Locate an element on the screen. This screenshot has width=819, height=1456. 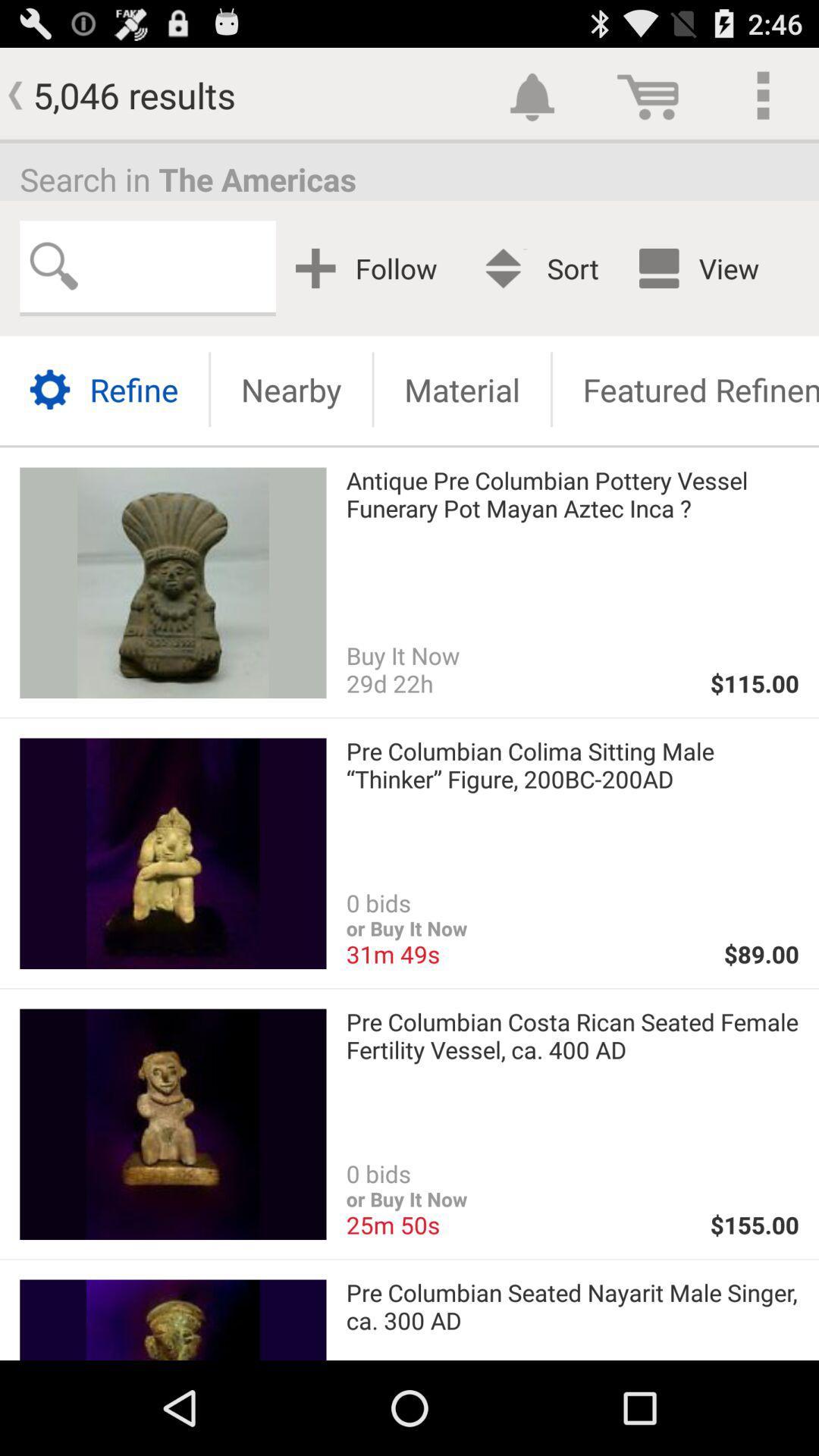
app to the left of best match icon is located at coordinates (372, 268).